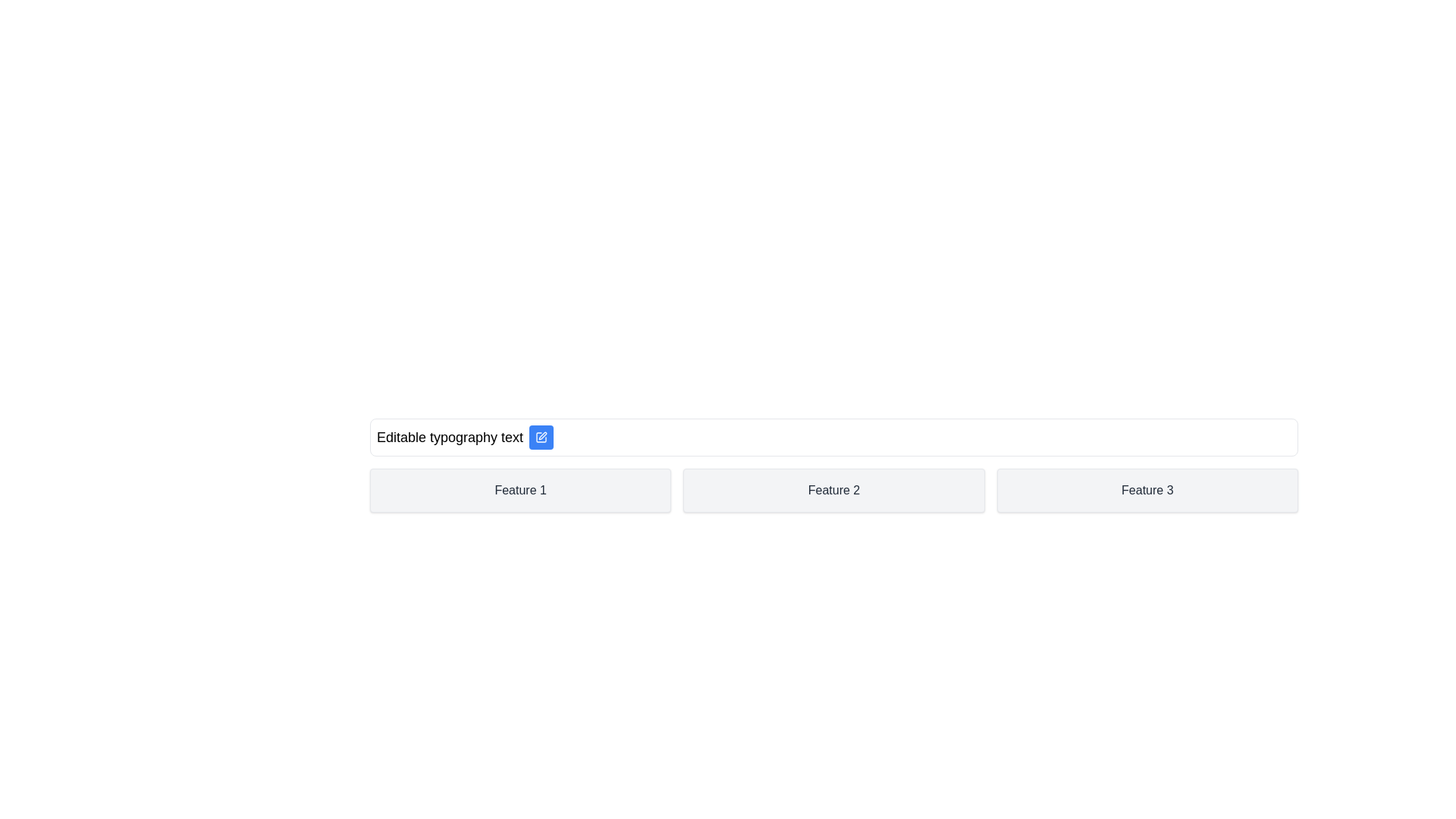  Describe the element at coordinates (543, 435) in the screenshot. I see `the pen icon located to the right of the 'Editable typography text' field` at that location.